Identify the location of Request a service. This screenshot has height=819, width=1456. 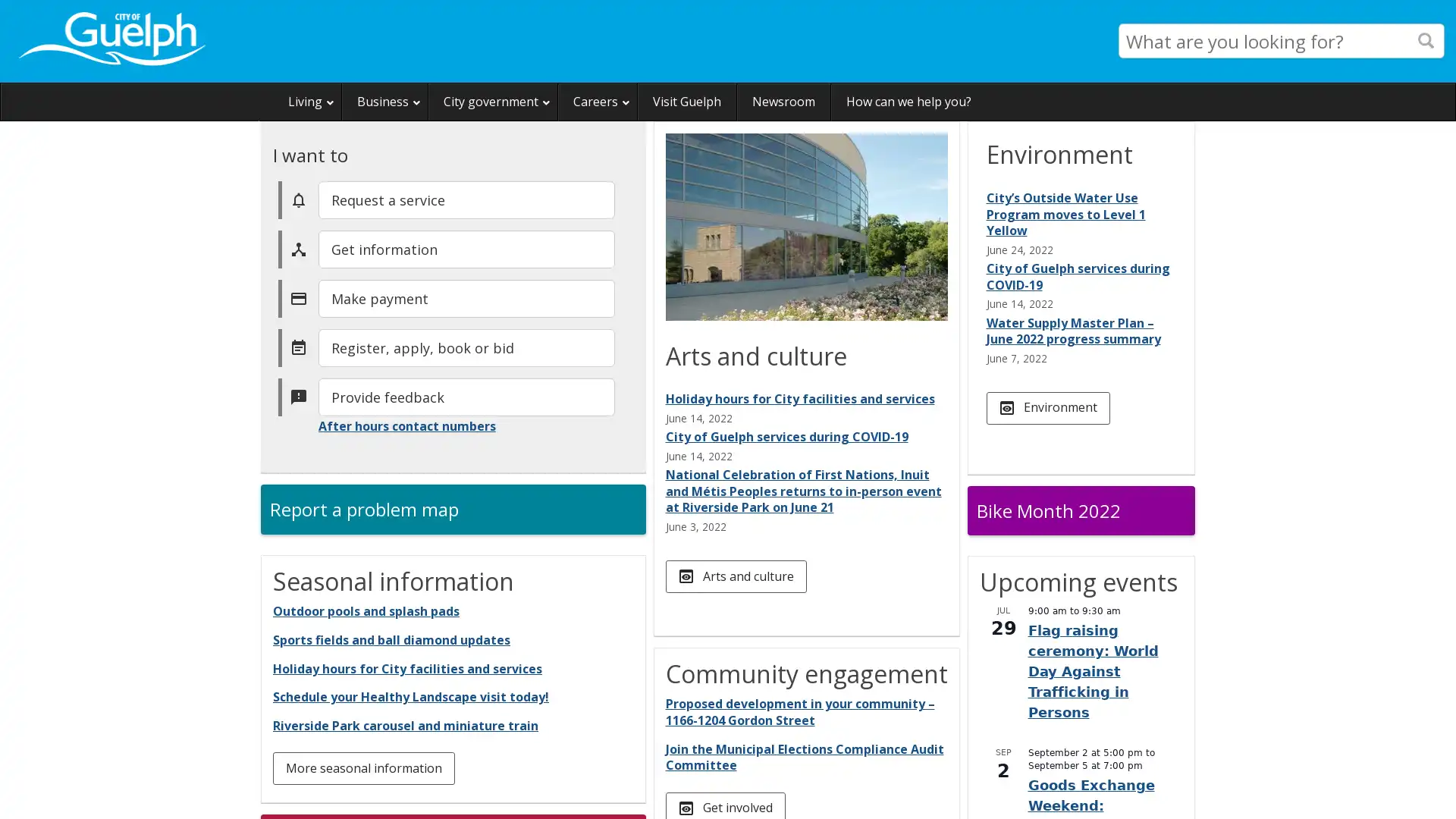
(465, 198).